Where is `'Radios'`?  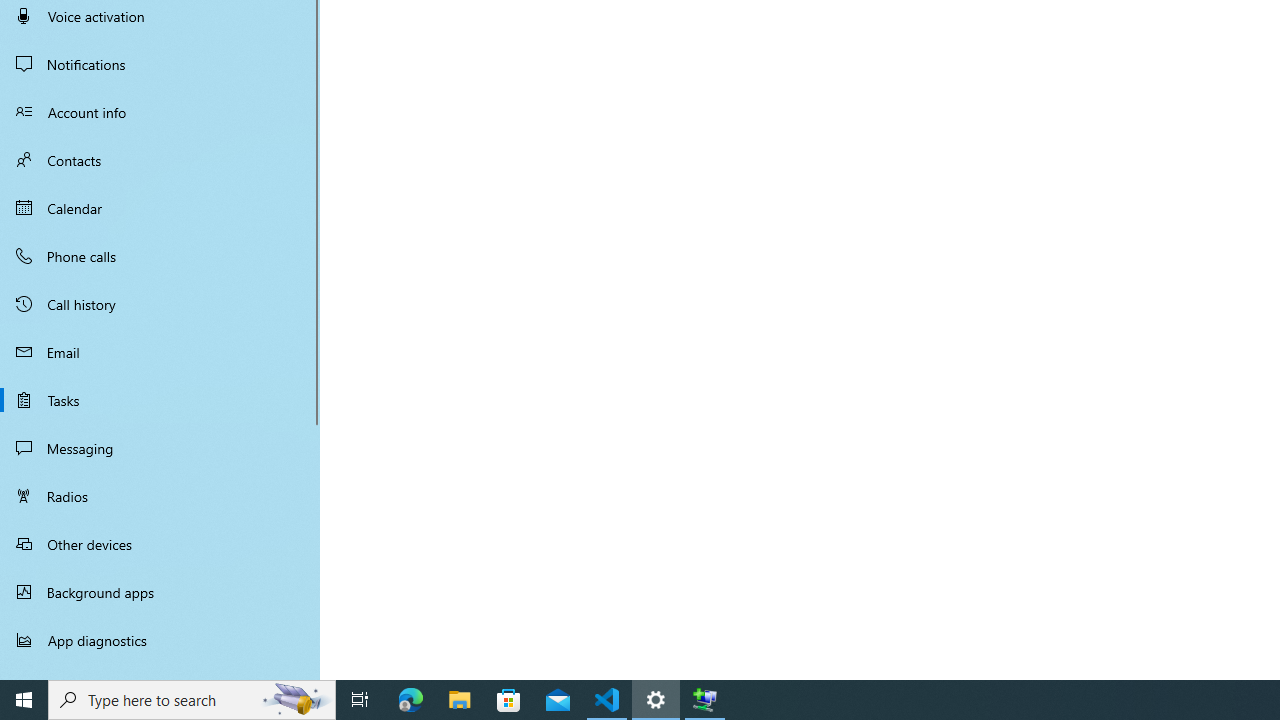
'Radios' is located at coordinates (160, 495).